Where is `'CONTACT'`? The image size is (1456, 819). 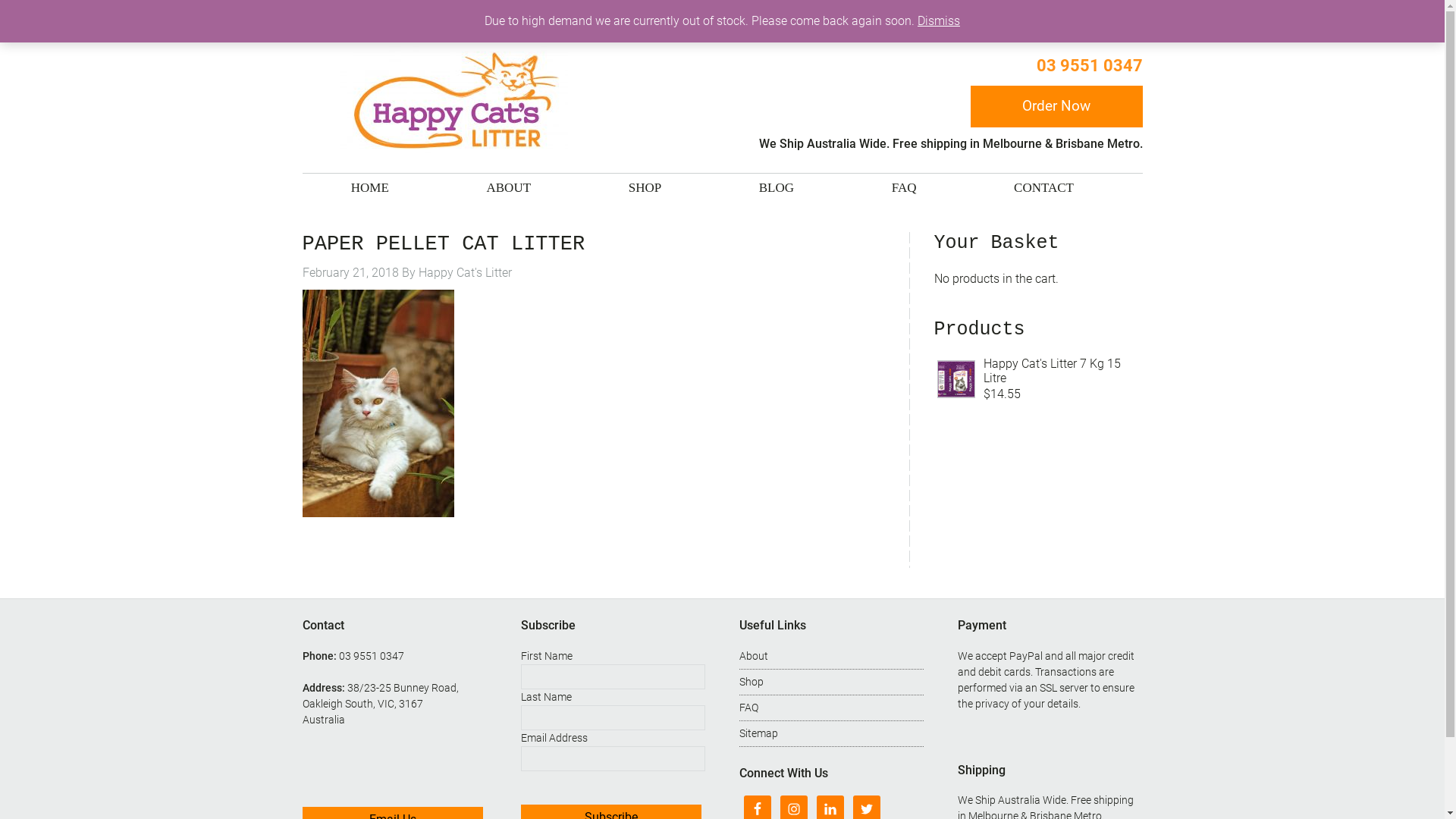
'CONTACT' is located at coordinates (1043, 187).